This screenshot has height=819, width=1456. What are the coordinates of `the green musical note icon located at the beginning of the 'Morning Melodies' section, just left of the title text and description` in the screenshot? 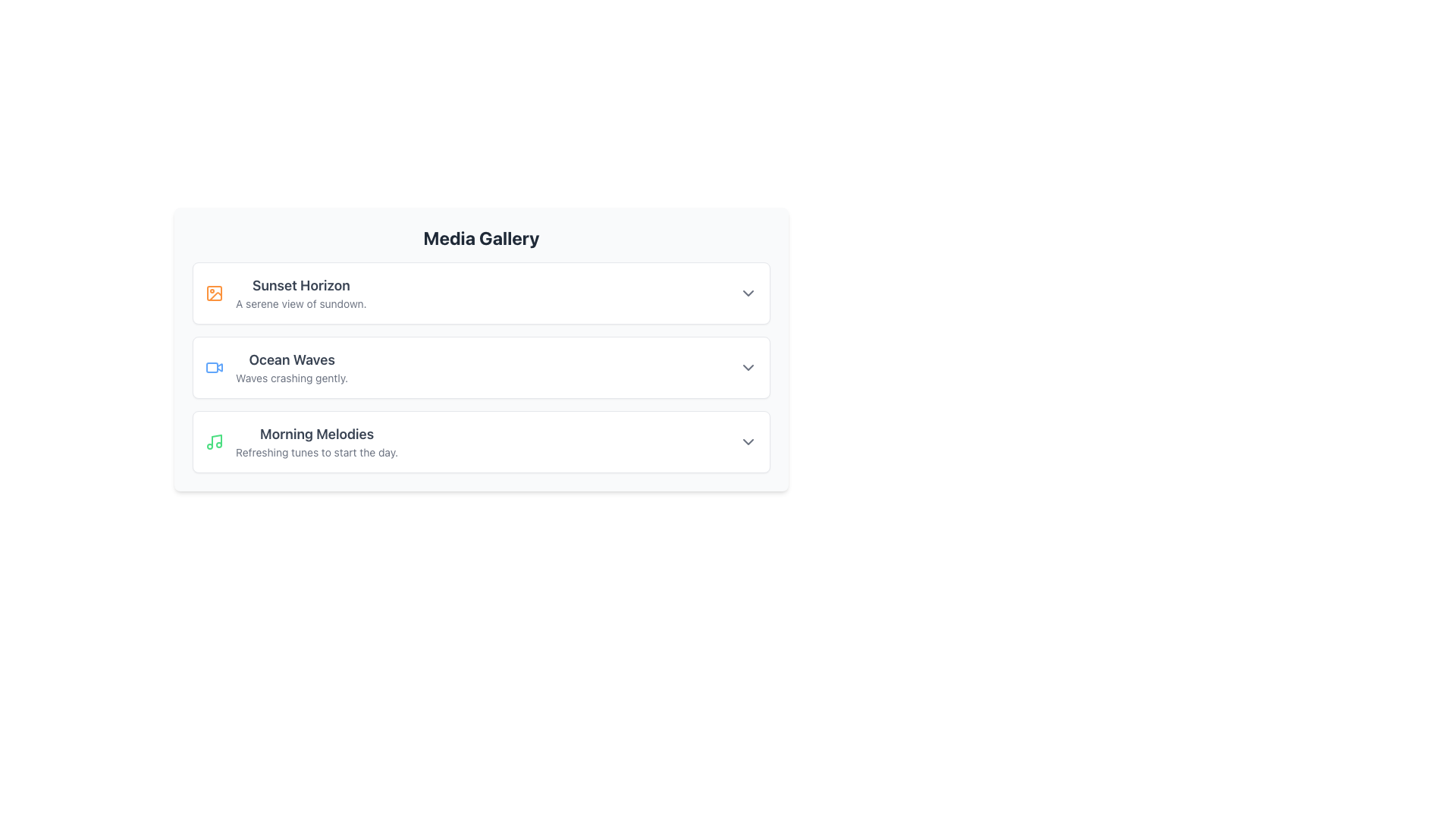 It's located at (214, 441).